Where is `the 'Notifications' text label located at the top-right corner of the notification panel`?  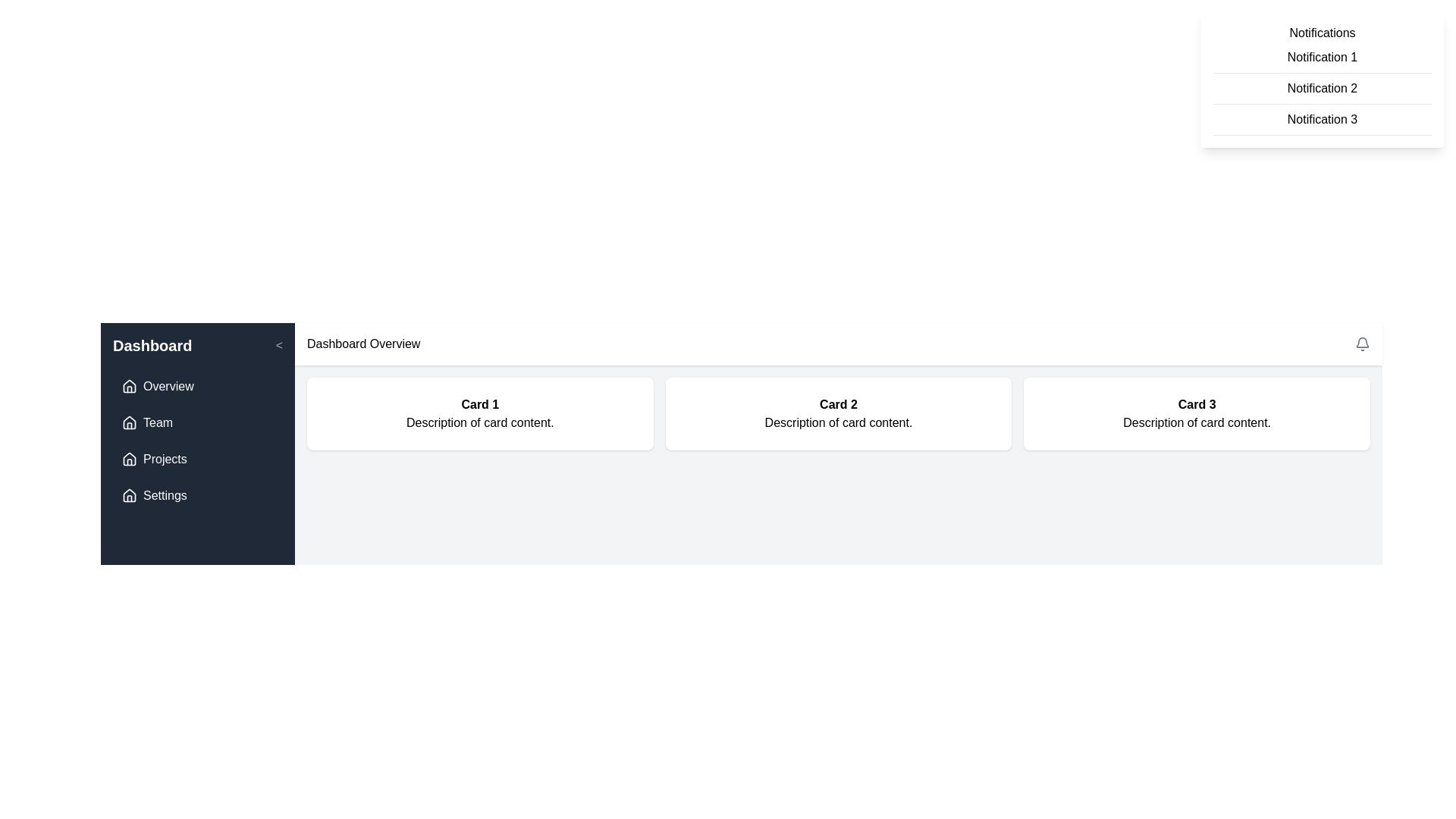
the 'Notifications' text label located at the top-right corner of the notification panel is located at coordinates (1321, 33).